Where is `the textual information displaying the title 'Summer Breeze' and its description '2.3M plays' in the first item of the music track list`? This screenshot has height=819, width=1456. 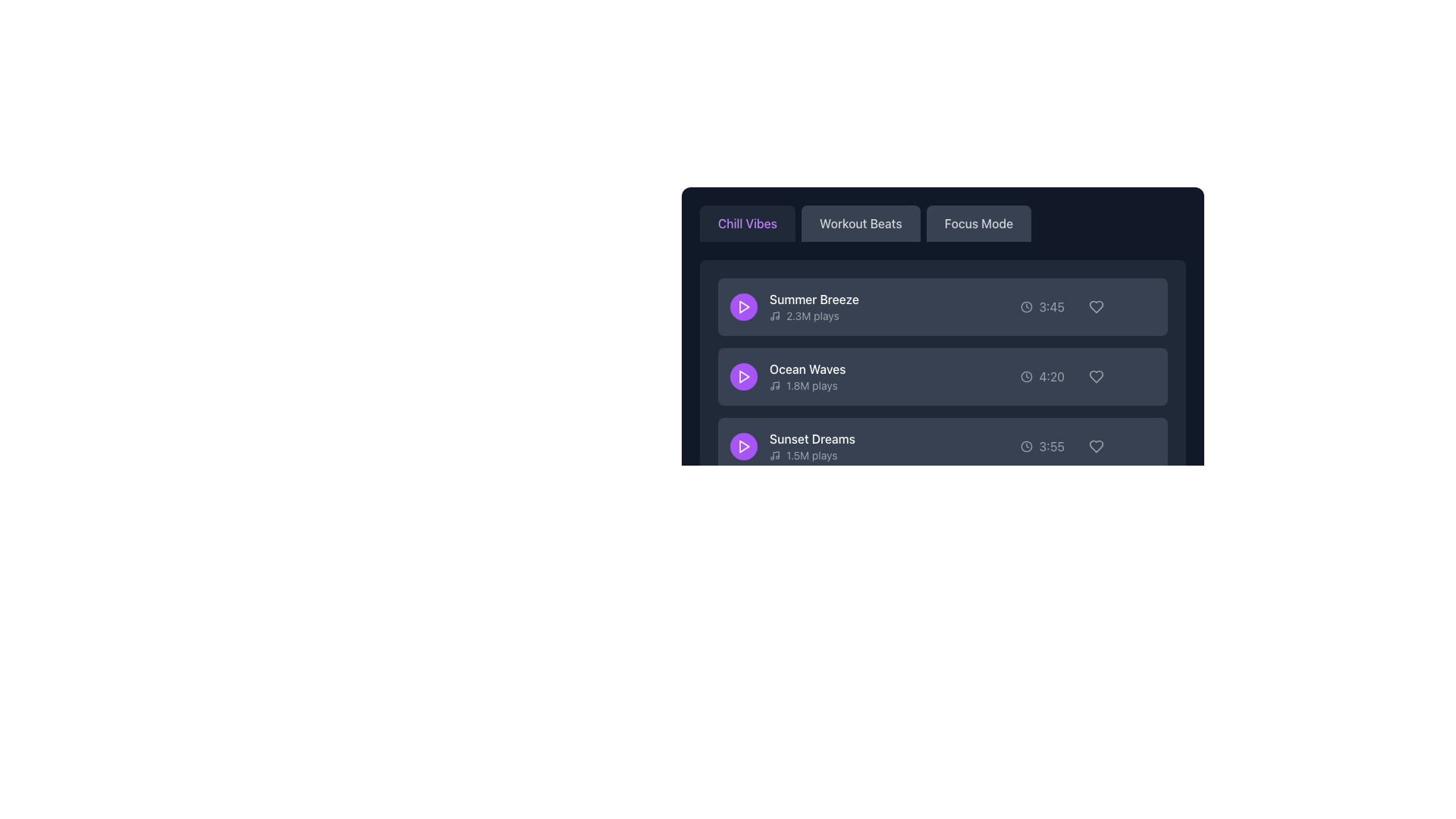 the textual information displaying the title 'Summer Breeze' and its description '2.3M plays' in the first item of the music track list is located at coordinates (813, 307).